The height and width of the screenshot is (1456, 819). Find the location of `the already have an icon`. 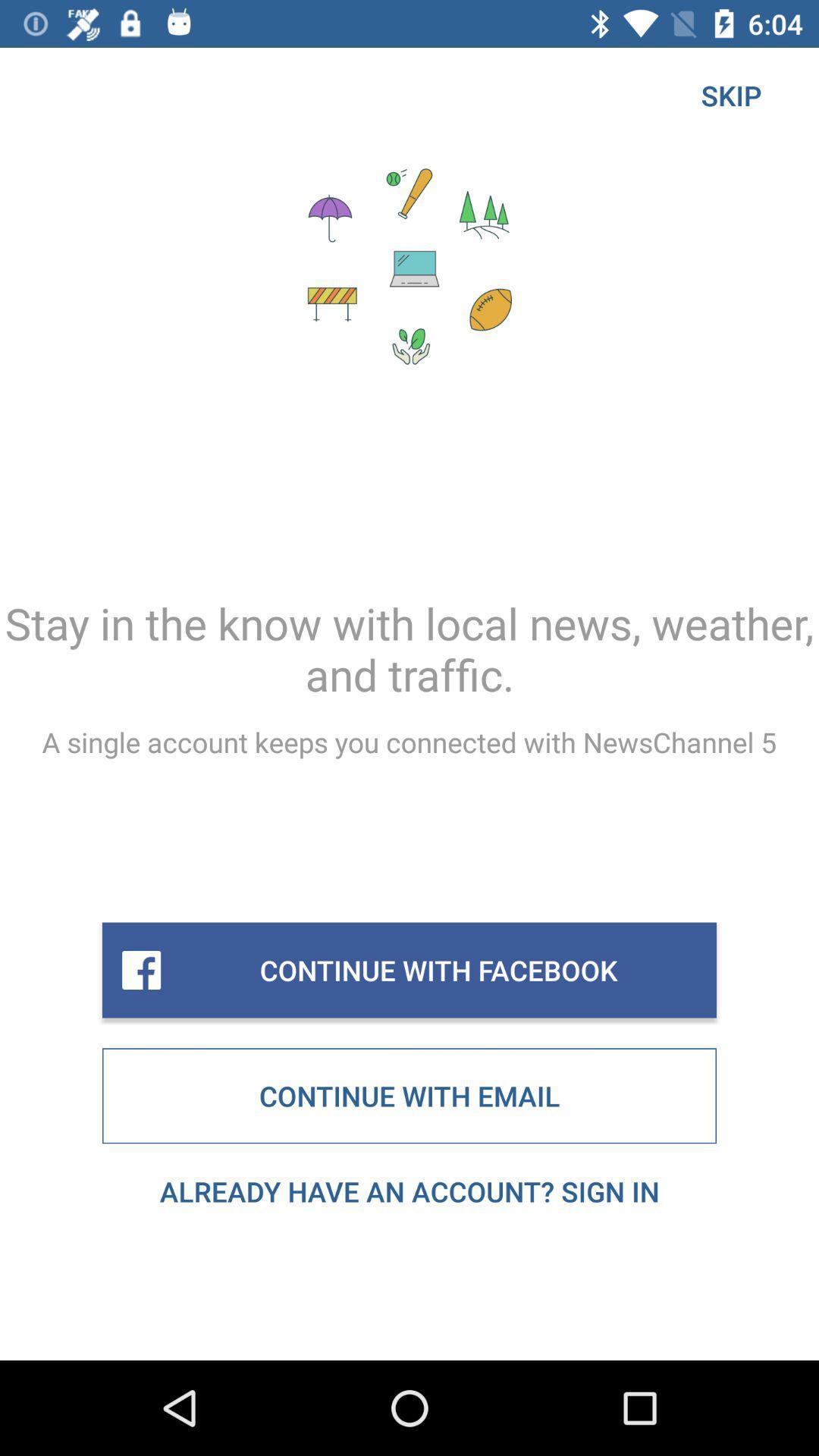

the already have an icon is located at coordinates (409, 1191).